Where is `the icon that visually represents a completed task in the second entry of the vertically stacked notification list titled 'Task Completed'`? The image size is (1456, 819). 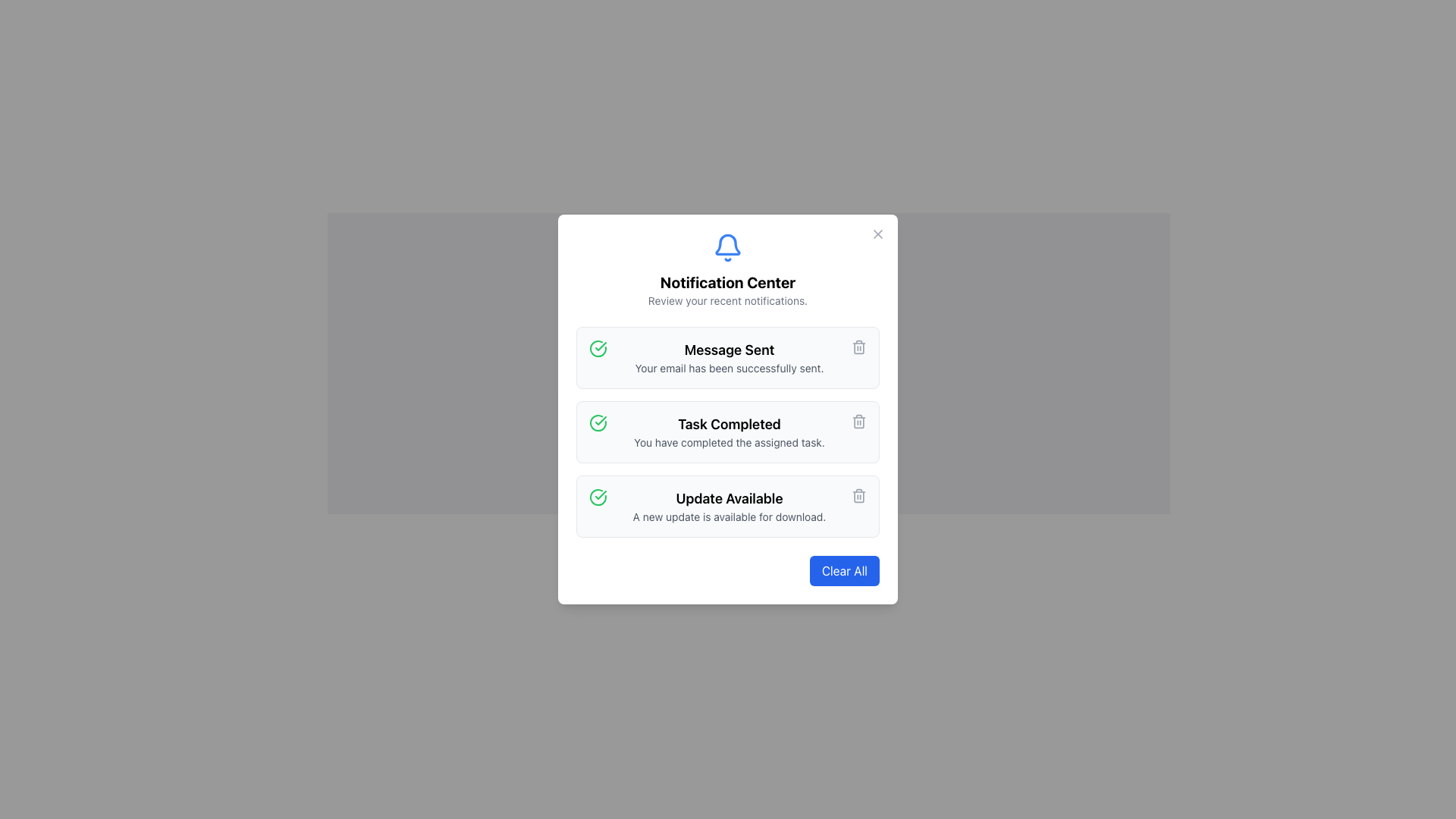 the icon that visually represents a completed task in the second entry of the vertically stacked notification list titled 'Task Completed' is located at coordinates (600, 494).